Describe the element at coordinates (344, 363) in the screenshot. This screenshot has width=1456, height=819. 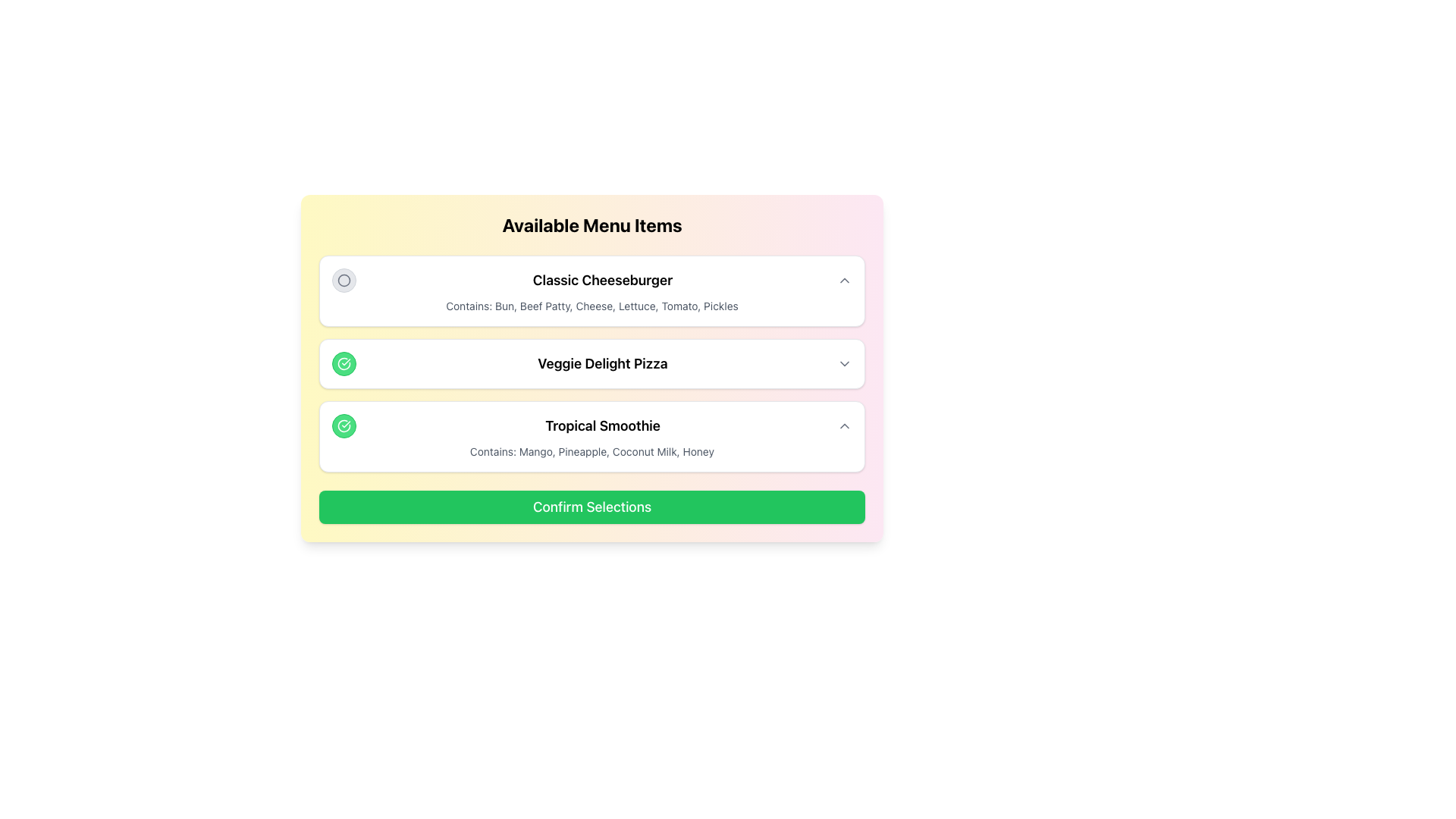
I see `the circular green icon with a white outline and checkmark, located to the left of the text 'Tropical Smoothie' for a tooltip display` at that location.